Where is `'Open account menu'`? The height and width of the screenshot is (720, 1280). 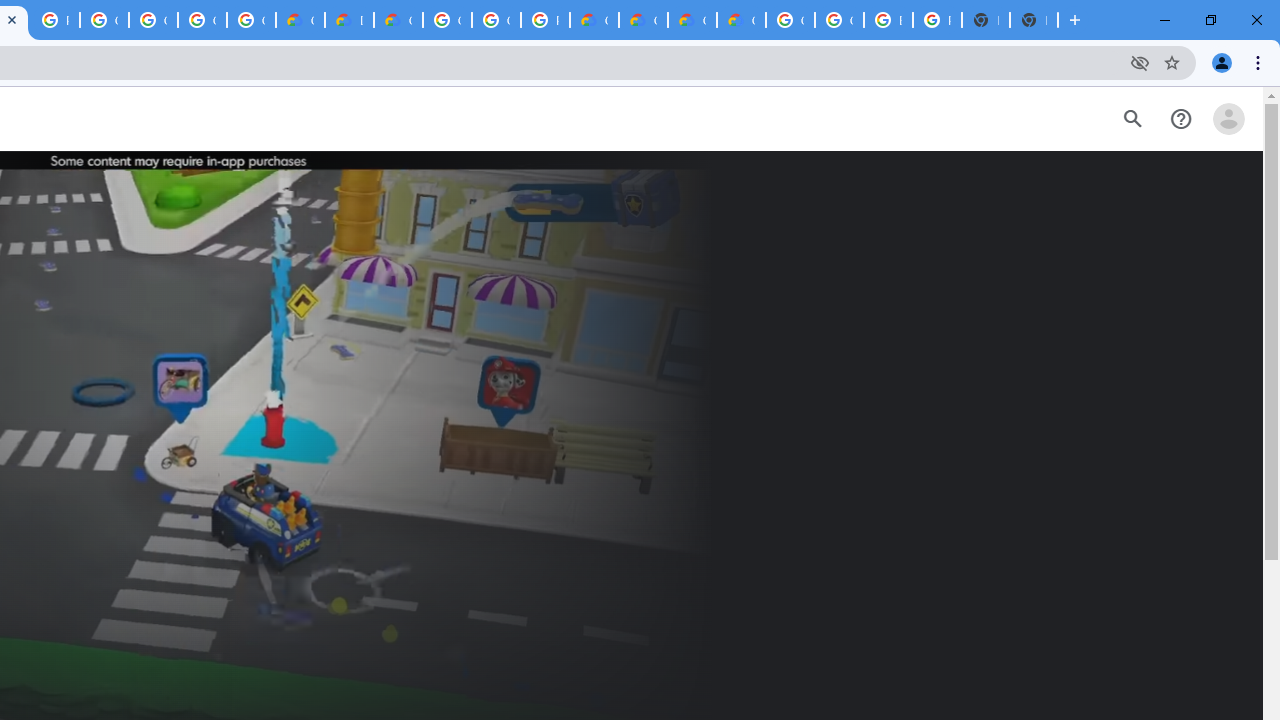 'Open account menu' is located at coordinates (1227, 119).